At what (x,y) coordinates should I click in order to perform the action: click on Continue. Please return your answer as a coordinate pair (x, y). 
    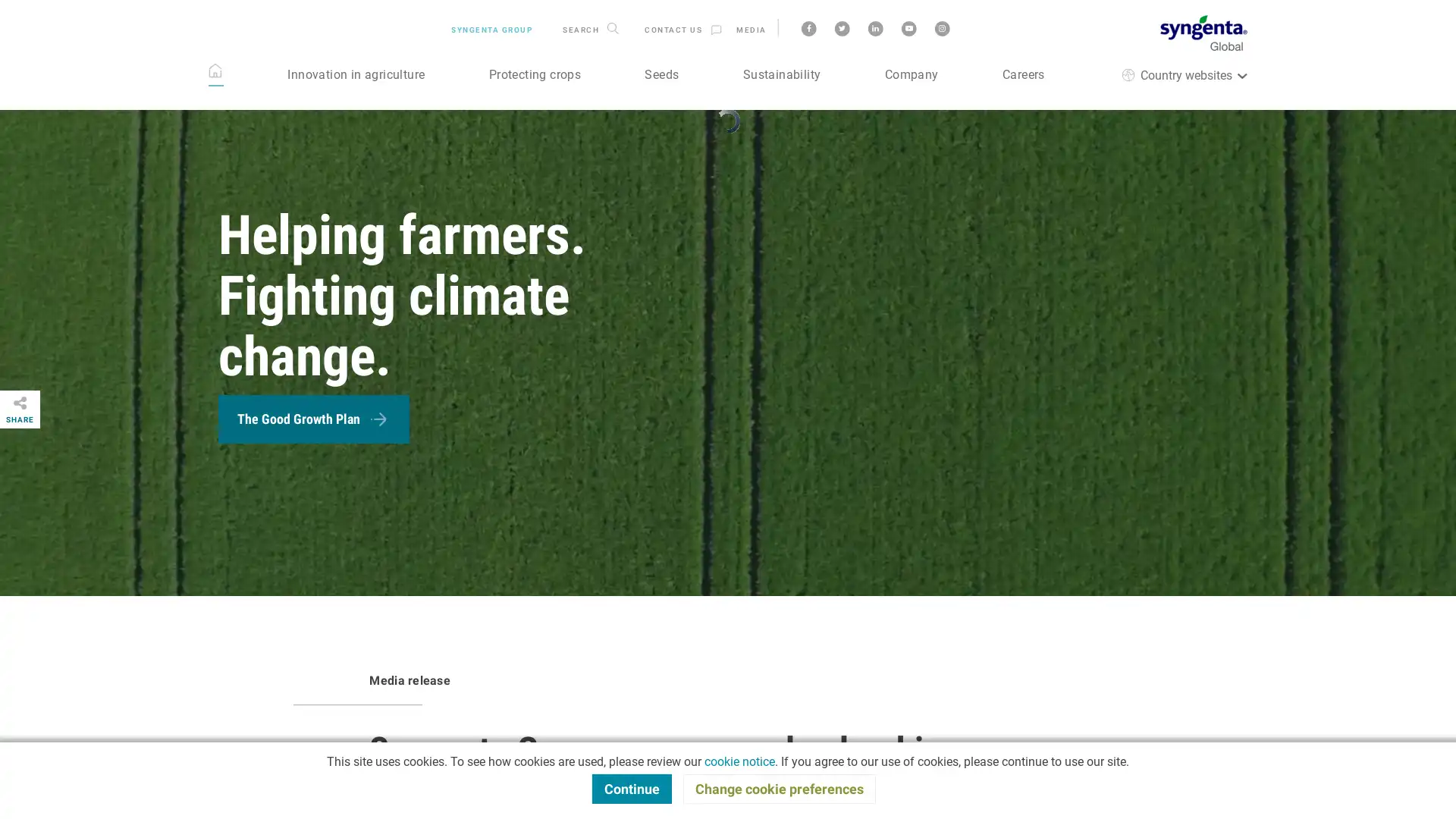
    Looking at the image, I should click on (631, 788).